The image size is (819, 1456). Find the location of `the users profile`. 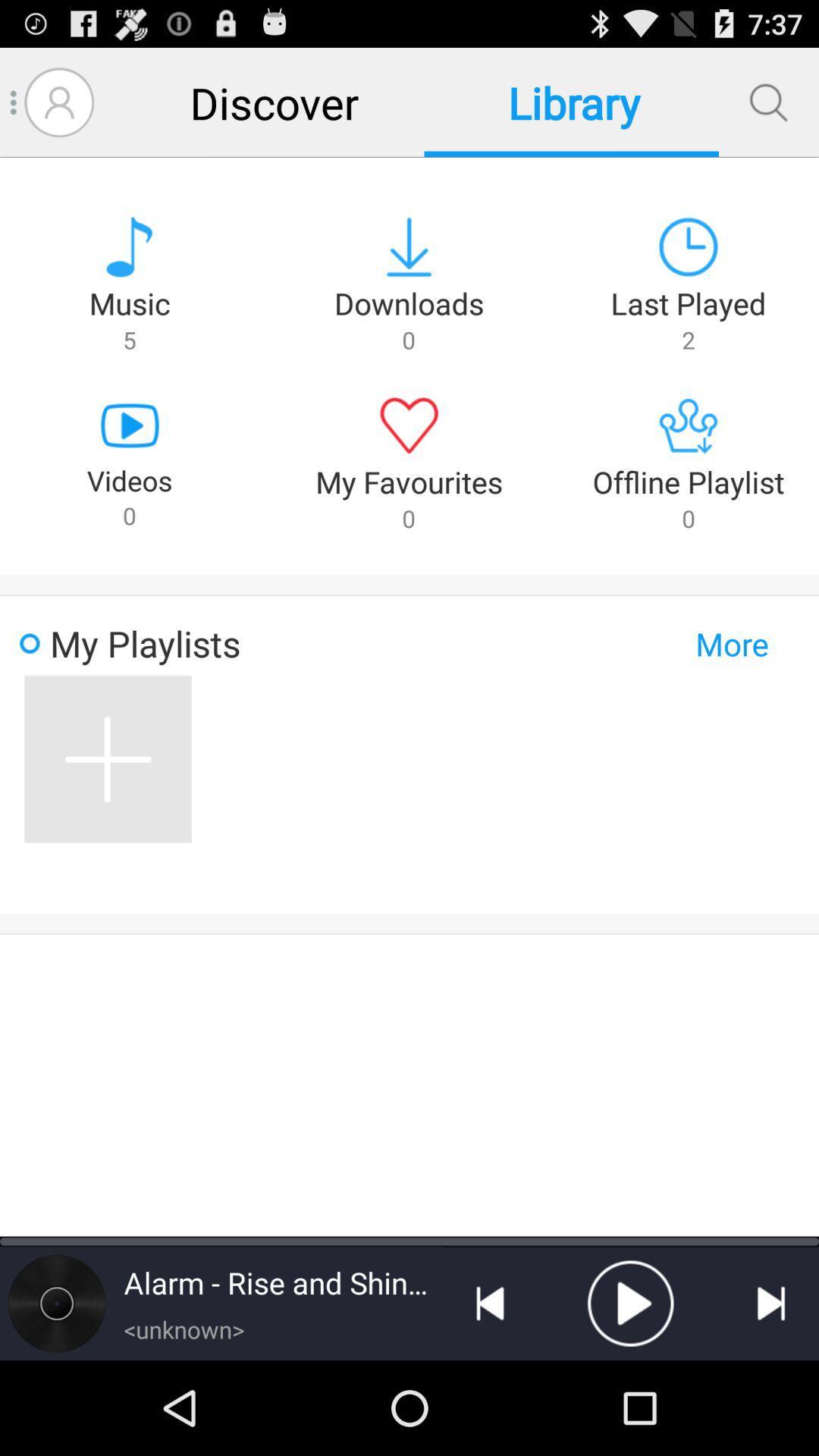

the users profile is located at coordinates (58, 102).